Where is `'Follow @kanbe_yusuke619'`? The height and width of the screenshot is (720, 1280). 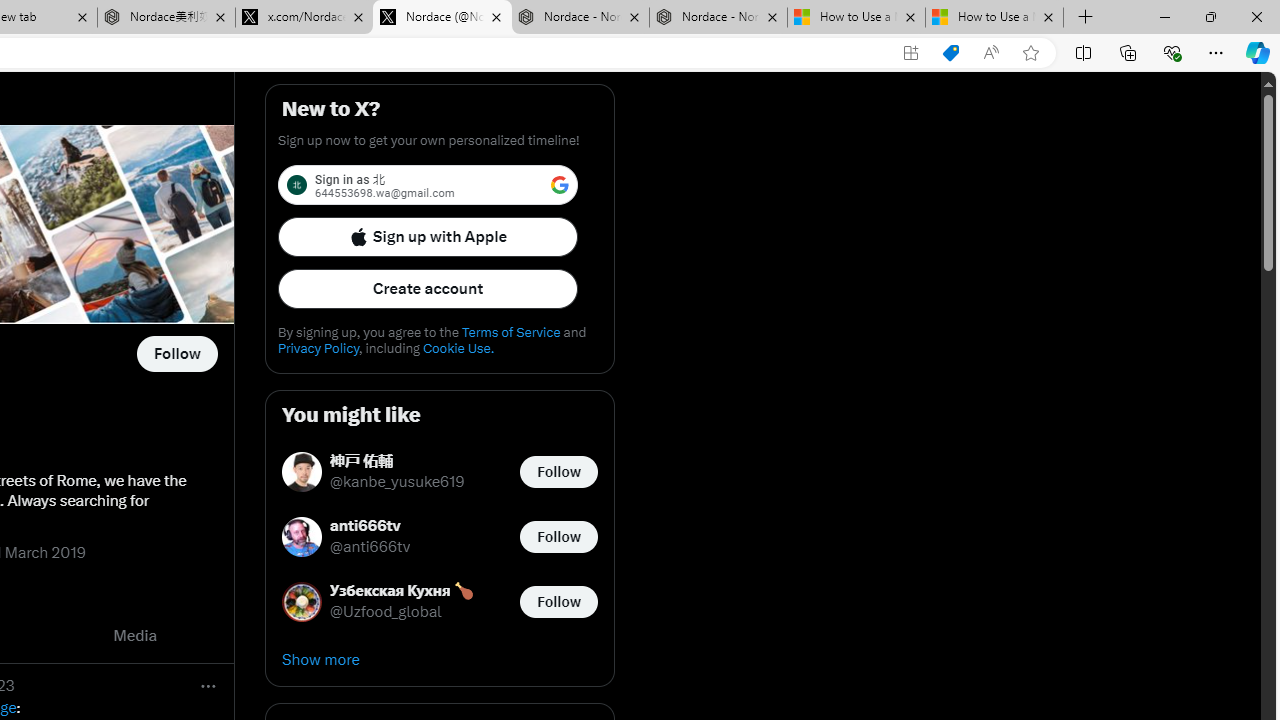
'Follow @kanbe_yusuke619' is located at coordinates (558, 471).